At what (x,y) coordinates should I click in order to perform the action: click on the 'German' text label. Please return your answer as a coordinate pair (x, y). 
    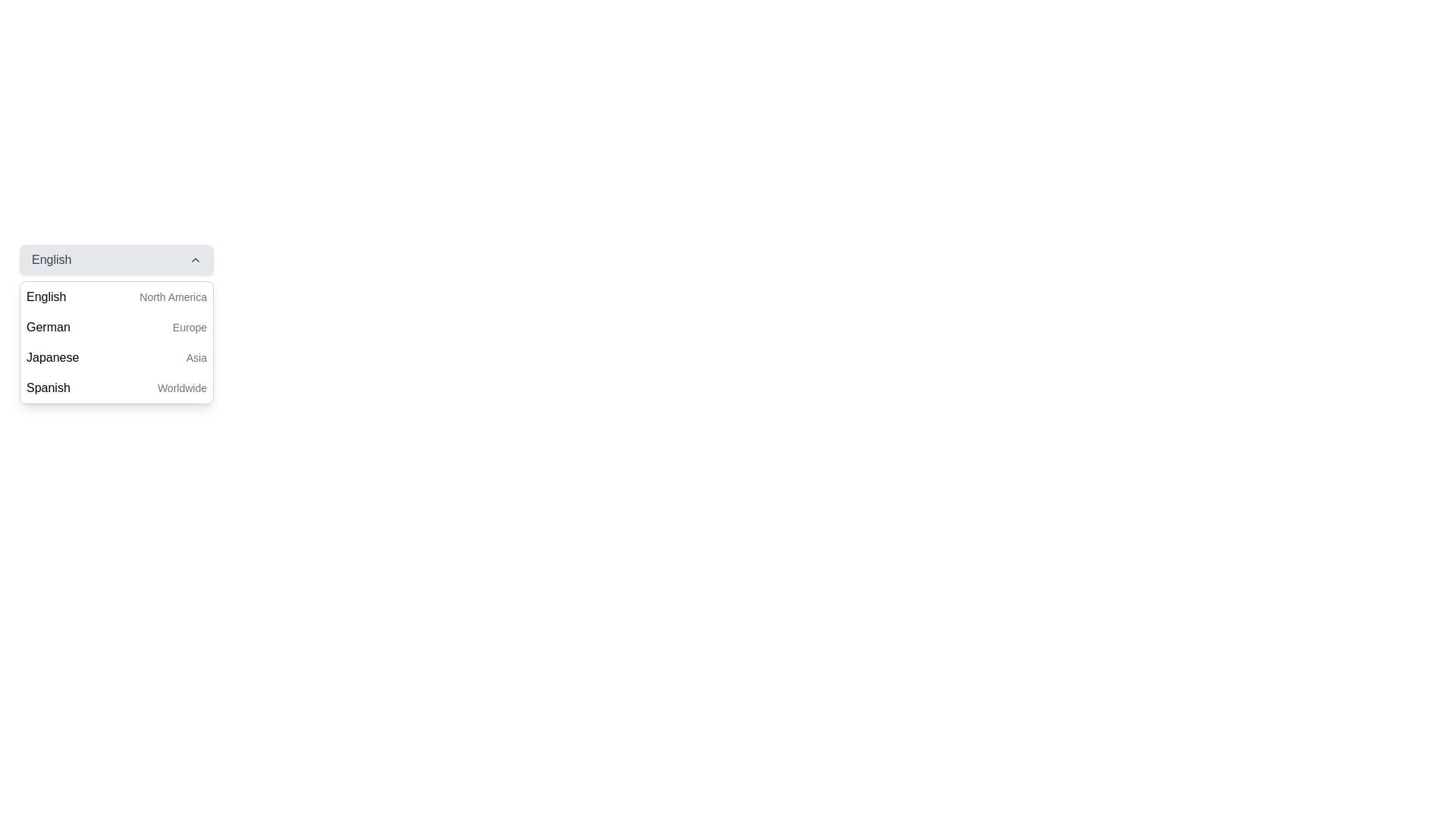
    Looking at the image, I should click on (48, 327).